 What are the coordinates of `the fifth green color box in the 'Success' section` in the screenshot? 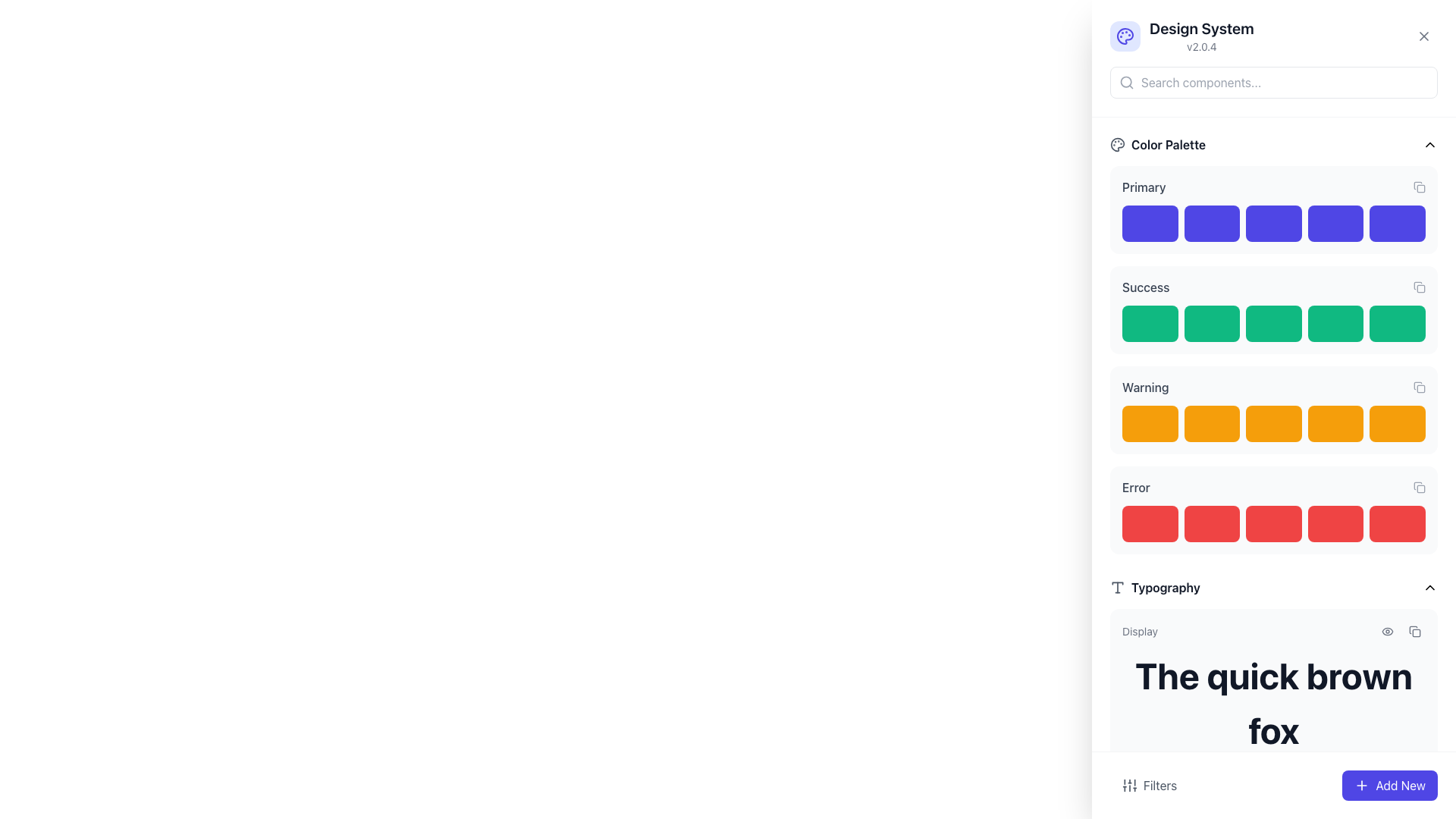 It's located at (1397, 323).